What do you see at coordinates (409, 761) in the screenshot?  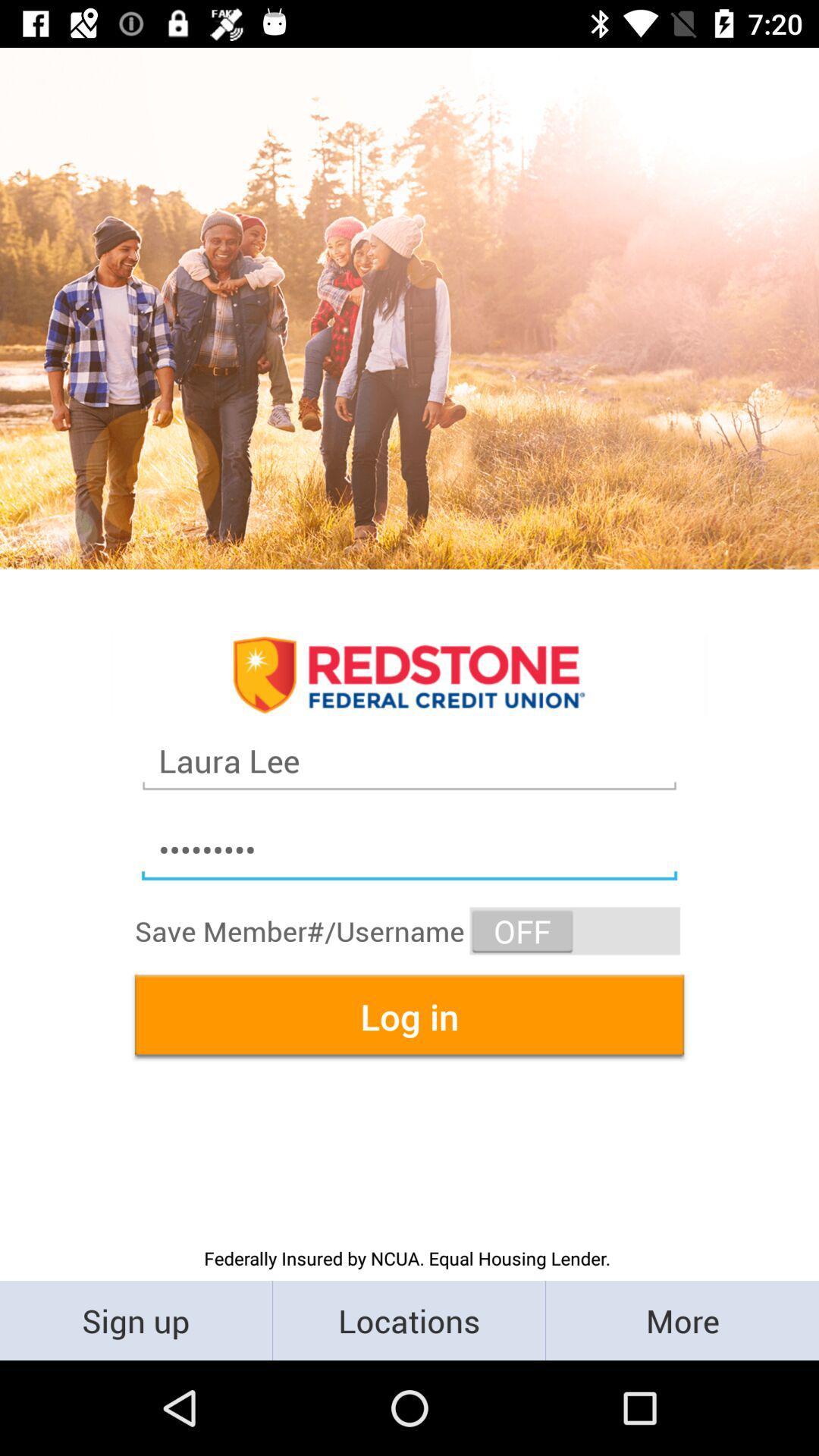 I see `icon above the crowd3116` at bounding box center [409, 761].